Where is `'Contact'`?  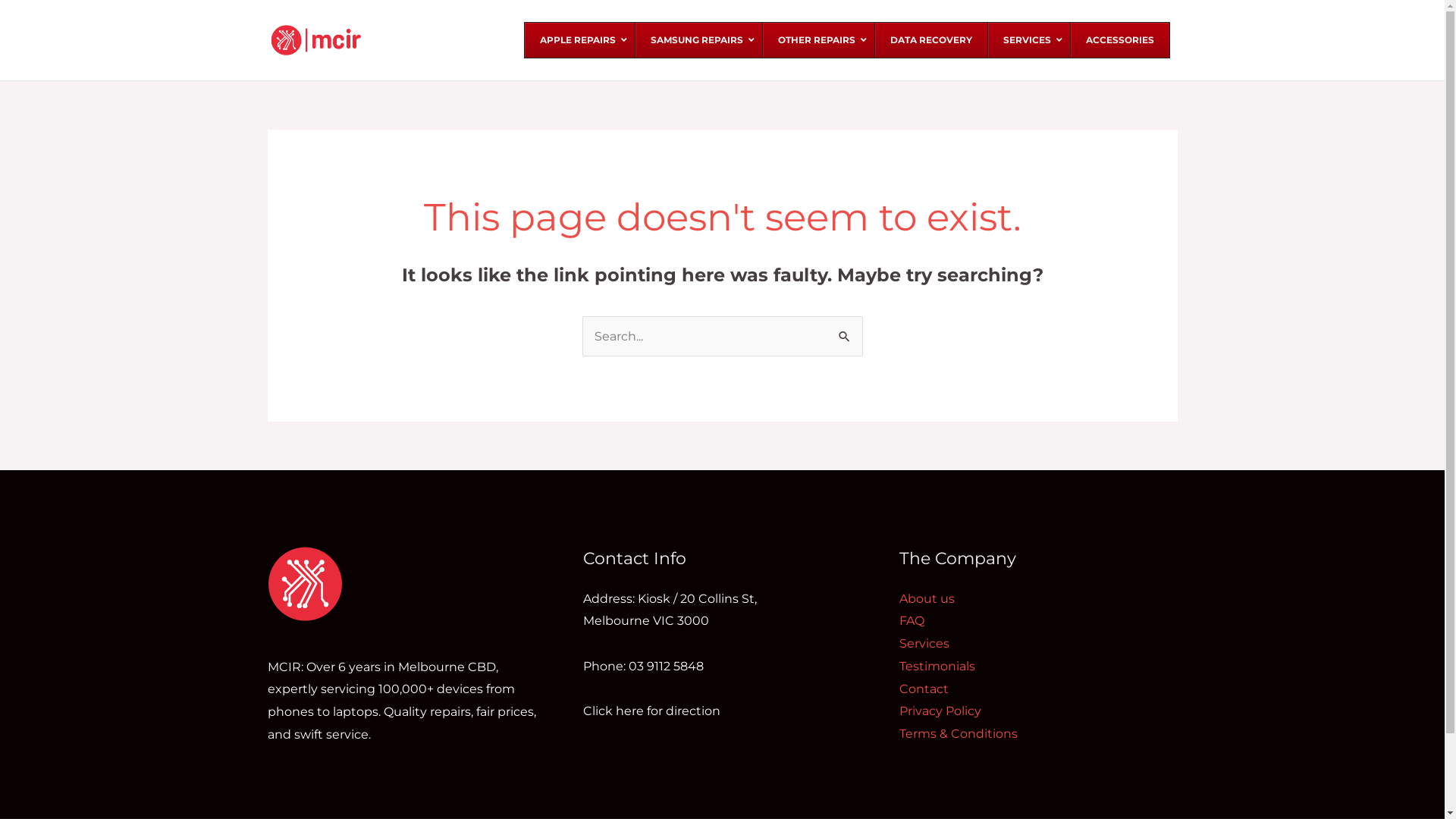
'Contact' is located at coordinates (899, 689).